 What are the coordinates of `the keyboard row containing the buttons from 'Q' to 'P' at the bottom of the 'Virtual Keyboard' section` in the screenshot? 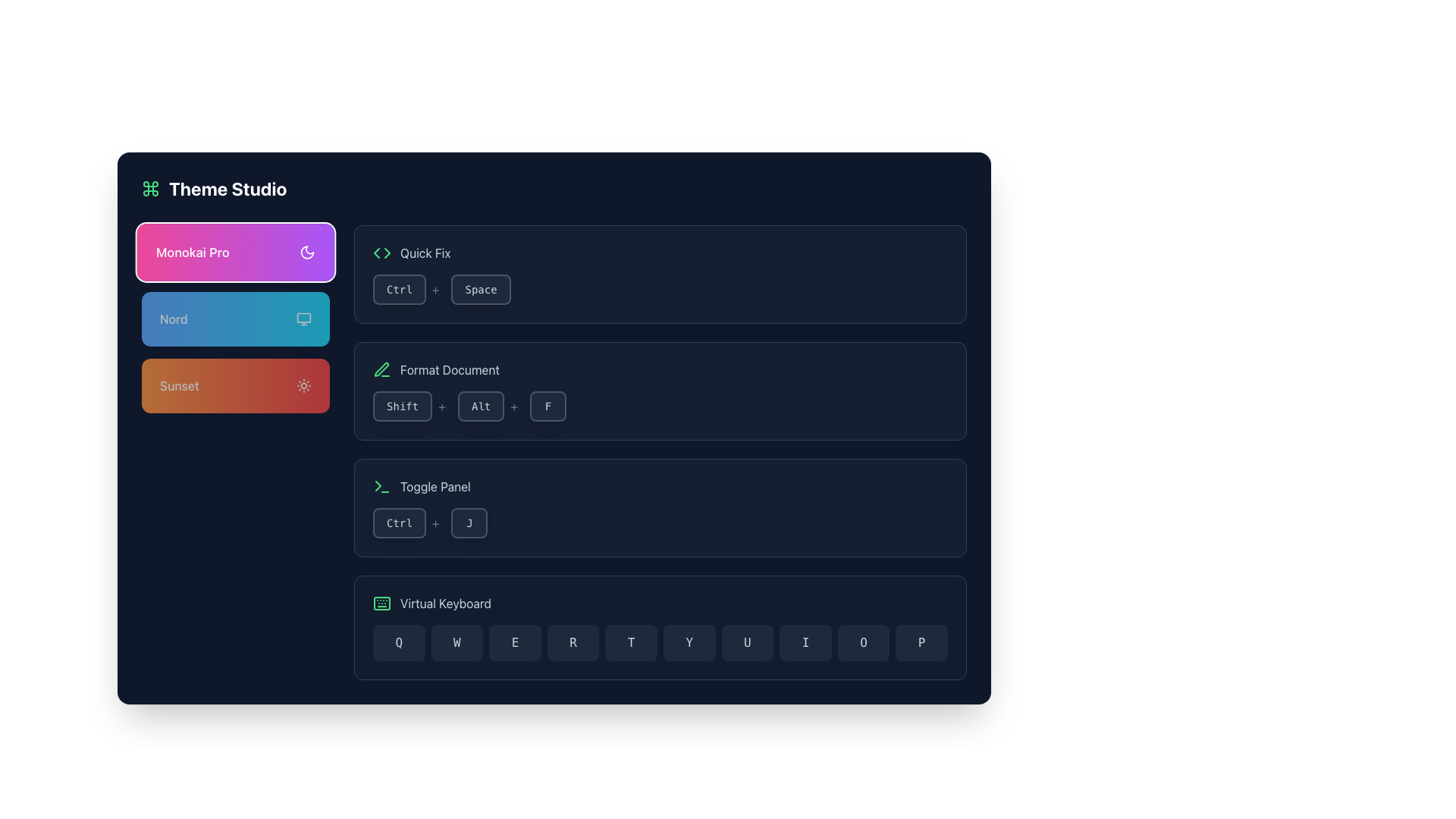 It's located at (660, 643).